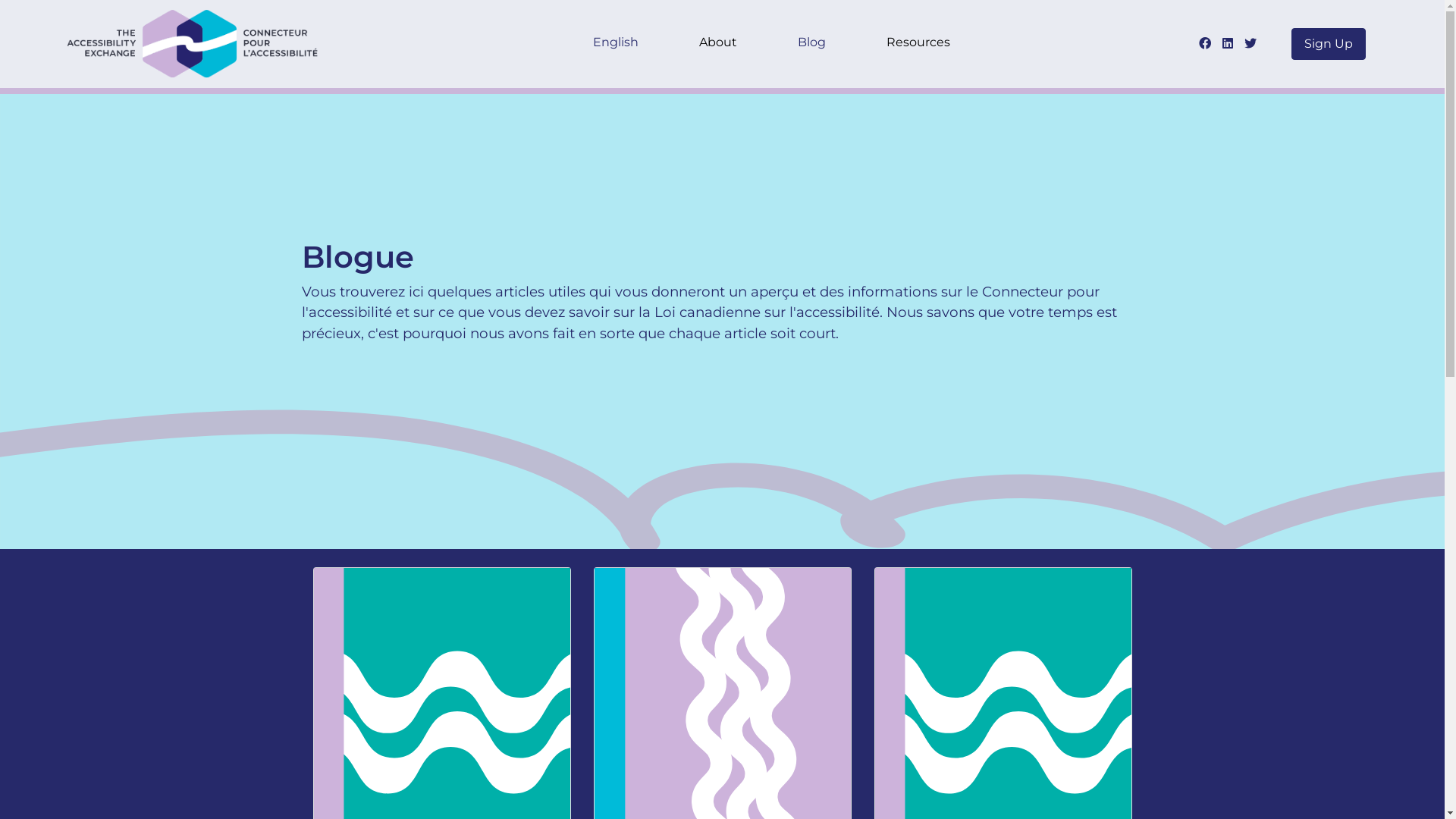  Describe the element at coordinates (717, 43) in the screenshot. I see `'About'` at that location.